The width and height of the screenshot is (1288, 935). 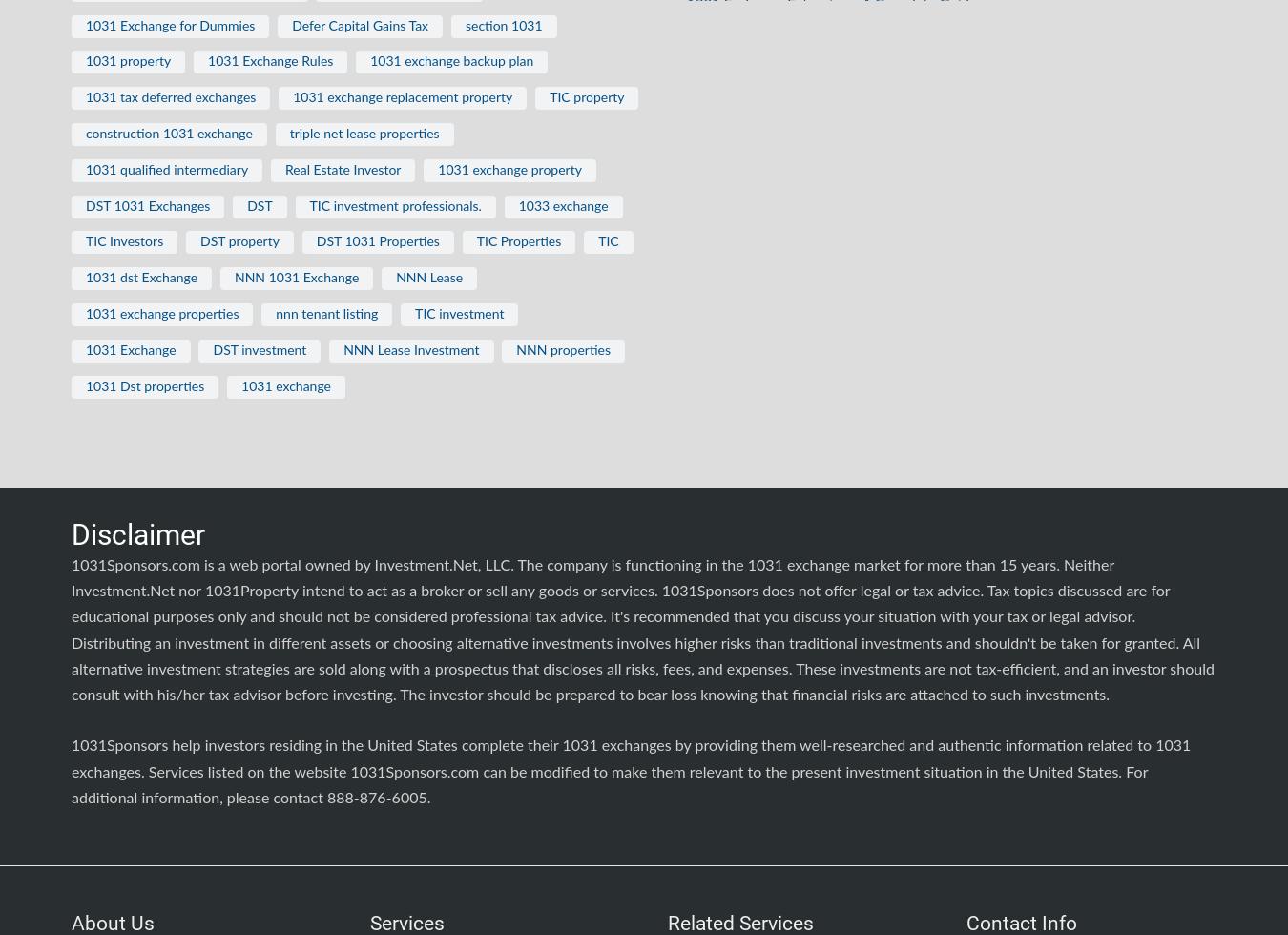 I want to click on '1031 qualified intermediary', so click(x=166, y=169).